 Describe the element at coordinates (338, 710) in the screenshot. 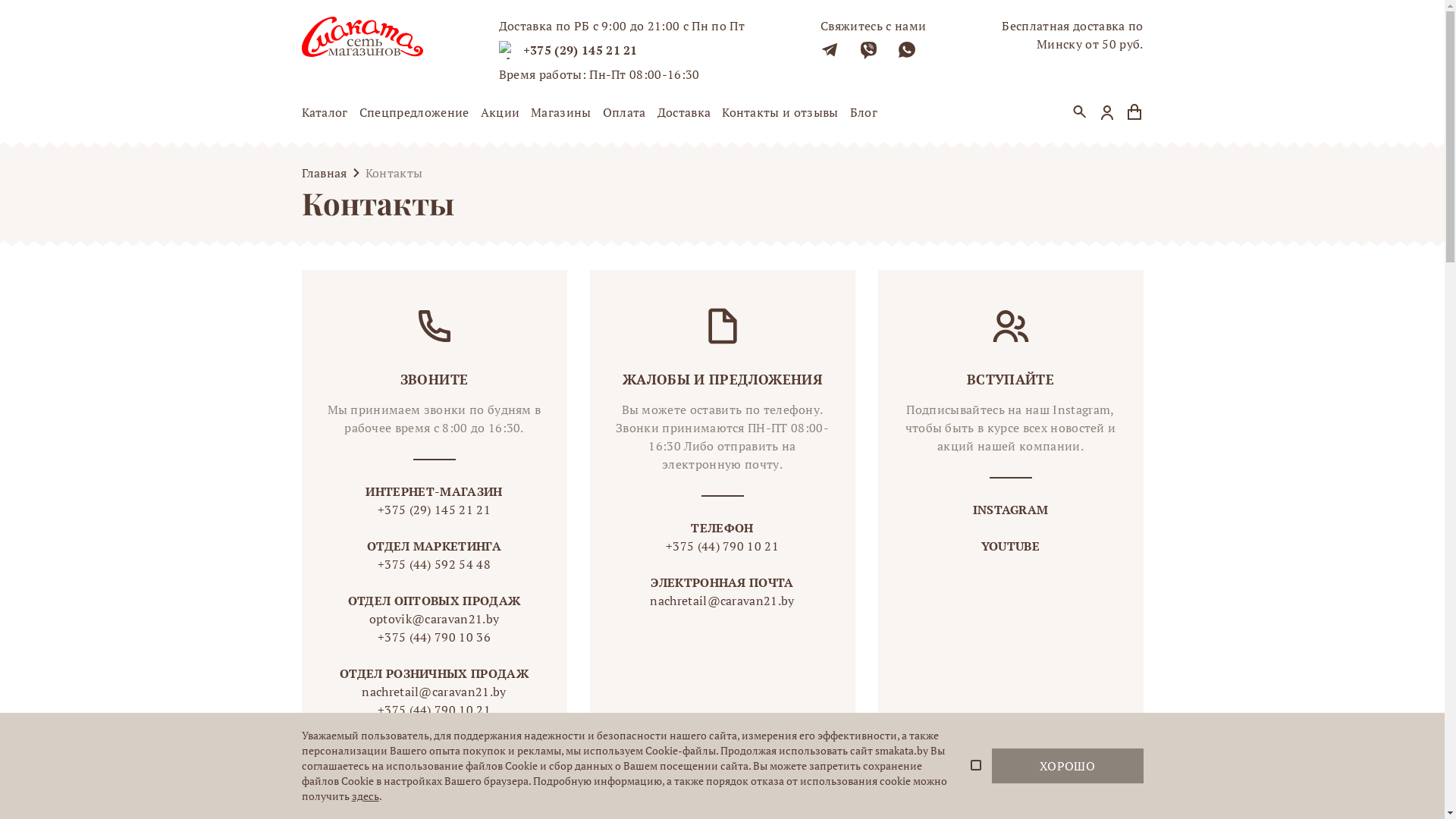

I see `'+375 (44) 790 10 21'` at that location.